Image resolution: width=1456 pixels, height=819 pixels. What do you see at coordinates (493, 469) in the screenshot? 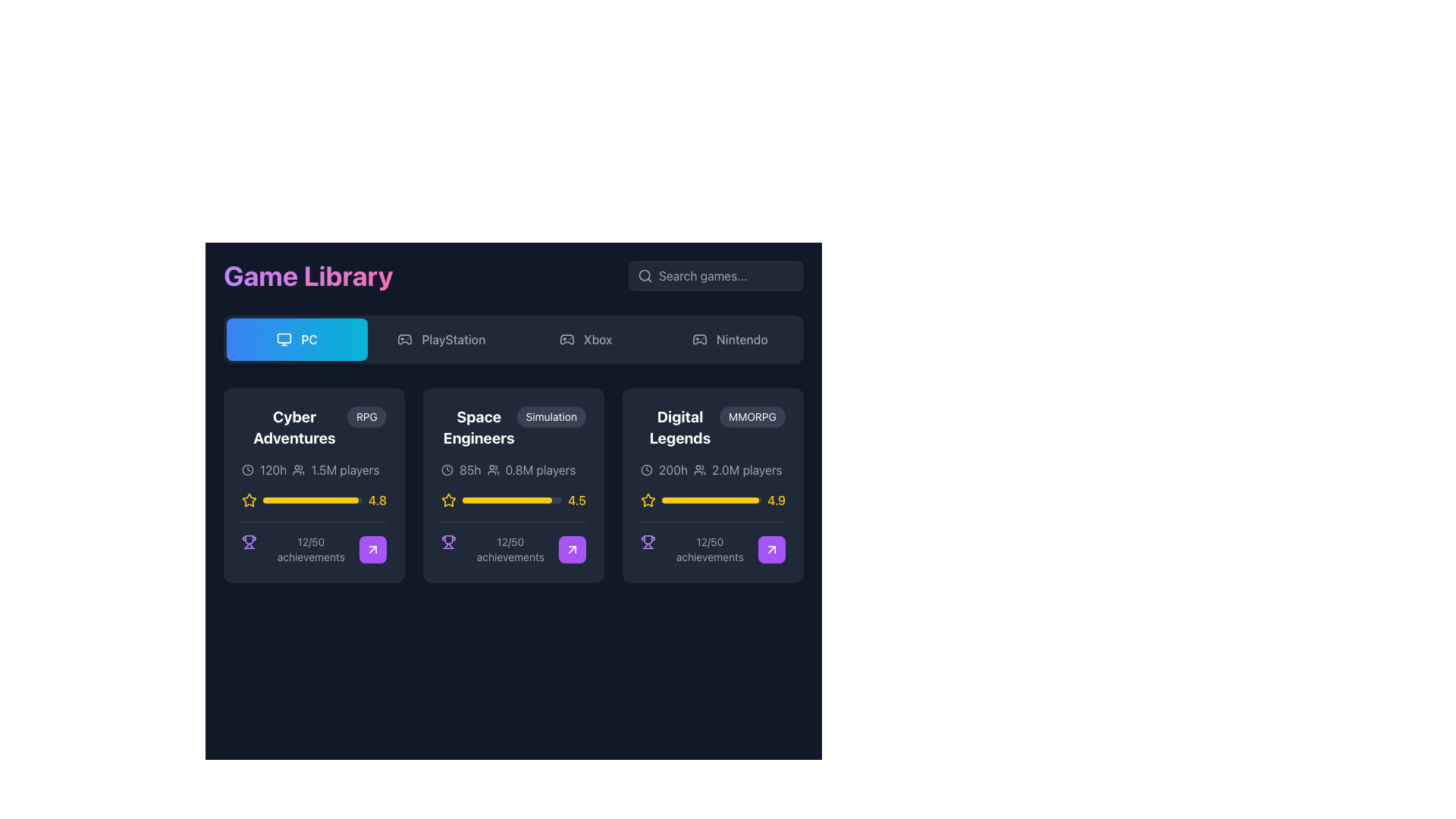
I see `the small icon representing a group of users for the game 'Space Engineers', which is located to the right of '85h' and to the left of '0.8M players'` at bounding box center [493, 469].